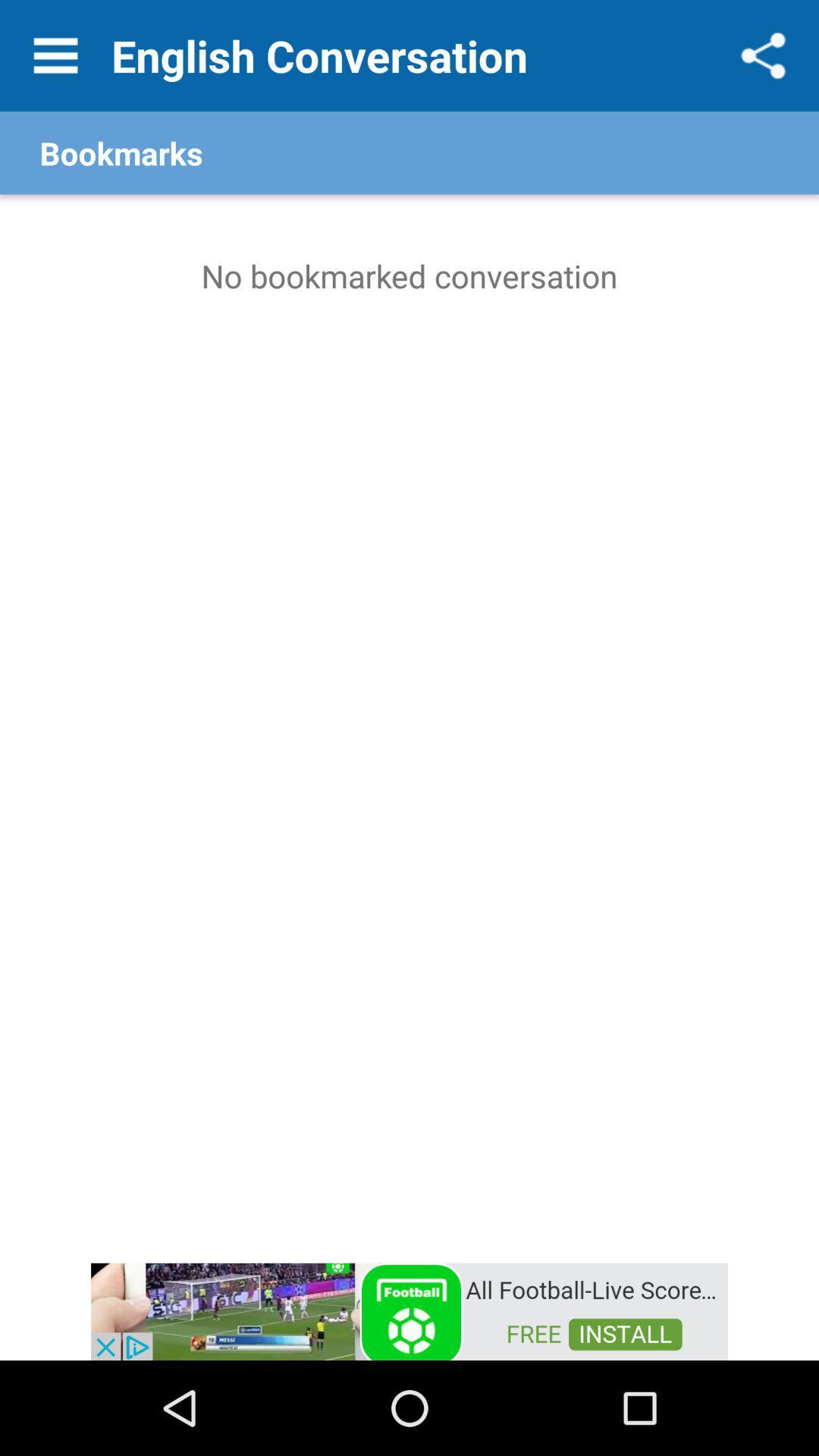 This screenshot has width=819, height=1456. I want to click on banner, so click(409, 1310).